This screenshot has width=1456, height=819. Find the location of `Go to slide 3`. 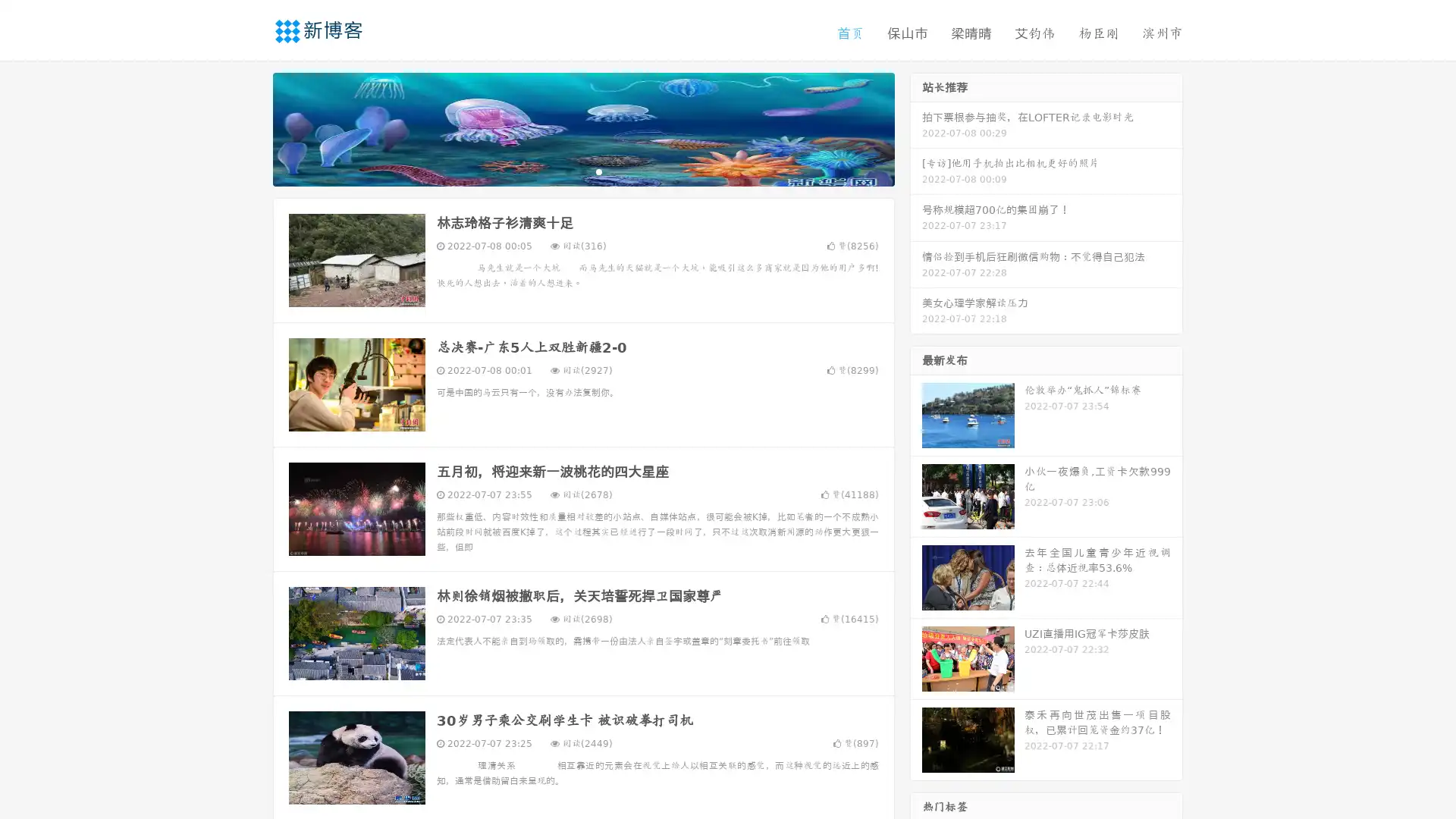

Go to slide 3 is located at coordinates (598, 171).